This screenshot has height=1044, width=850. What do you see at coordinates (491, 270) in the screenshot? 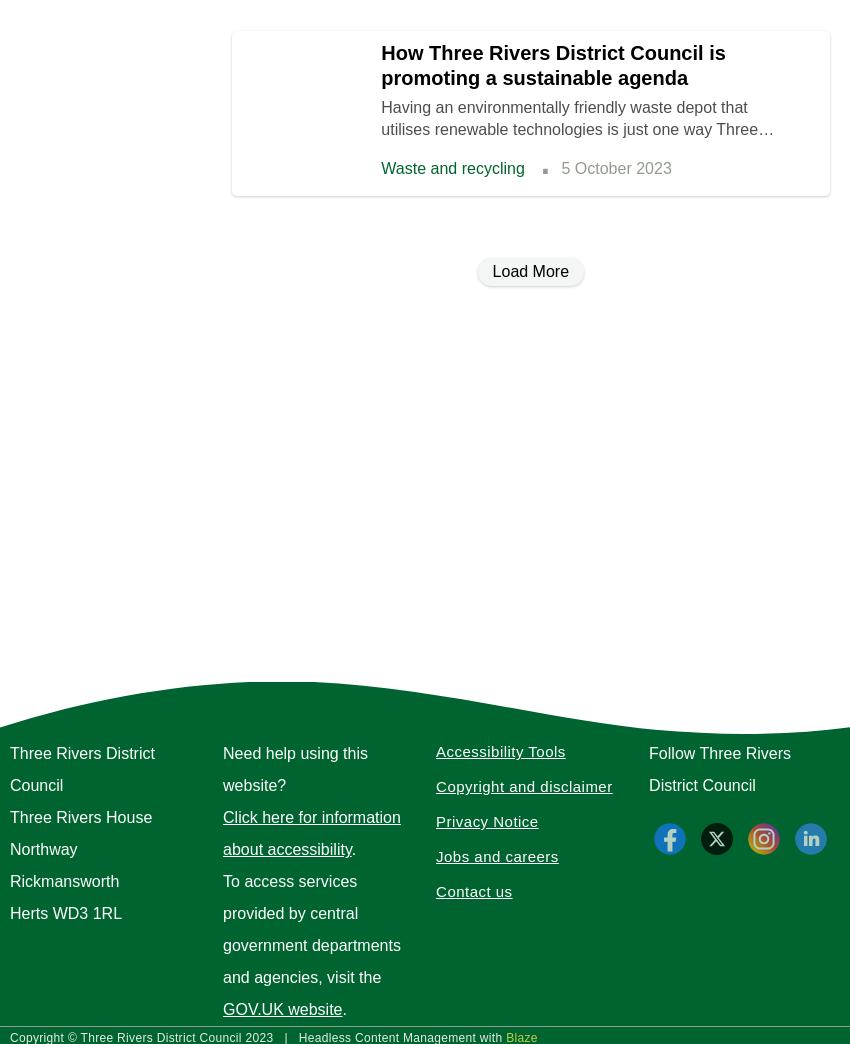
I see `'Load More'` at bounding box center [491, 270].